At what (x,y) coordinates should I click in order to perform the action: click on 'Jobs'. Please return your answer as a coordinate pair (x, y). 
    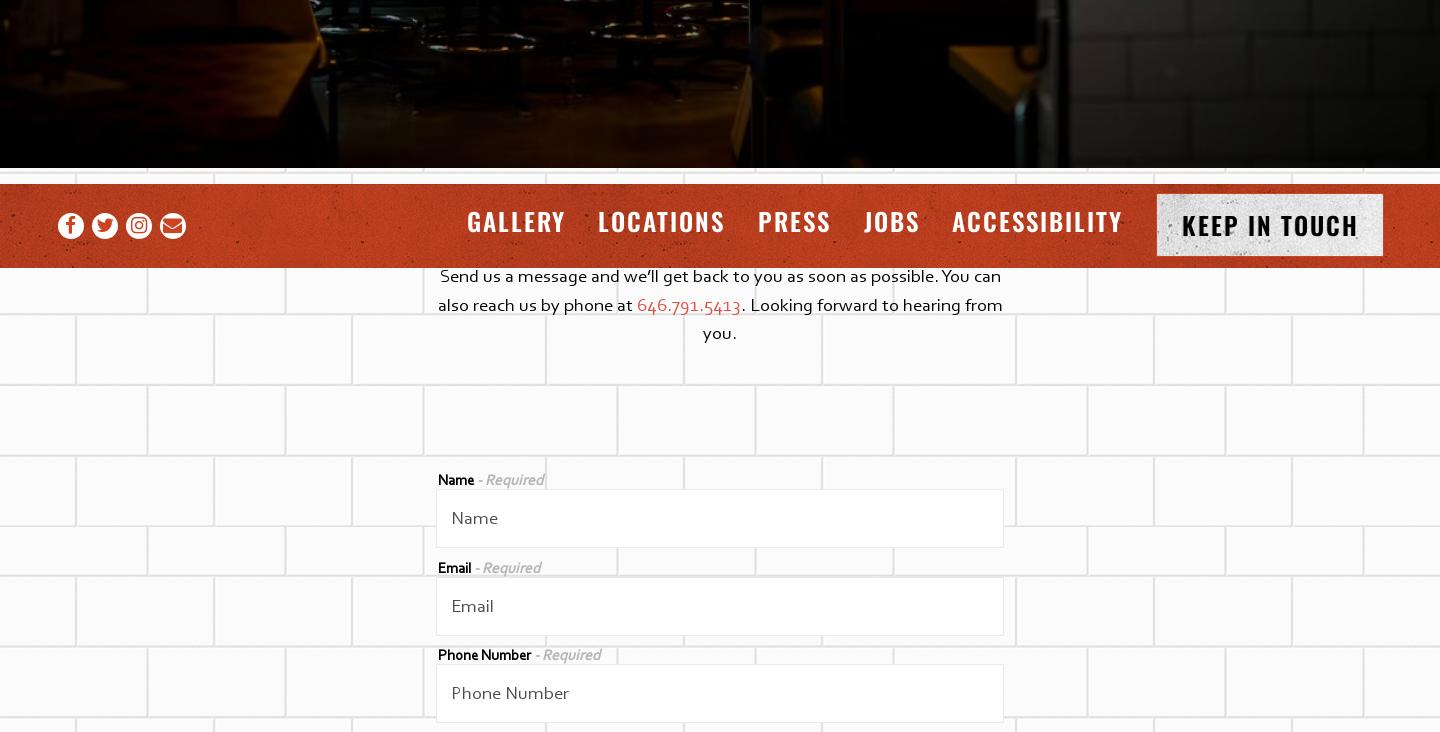
    Looking at the image, I should click on (861, 219).